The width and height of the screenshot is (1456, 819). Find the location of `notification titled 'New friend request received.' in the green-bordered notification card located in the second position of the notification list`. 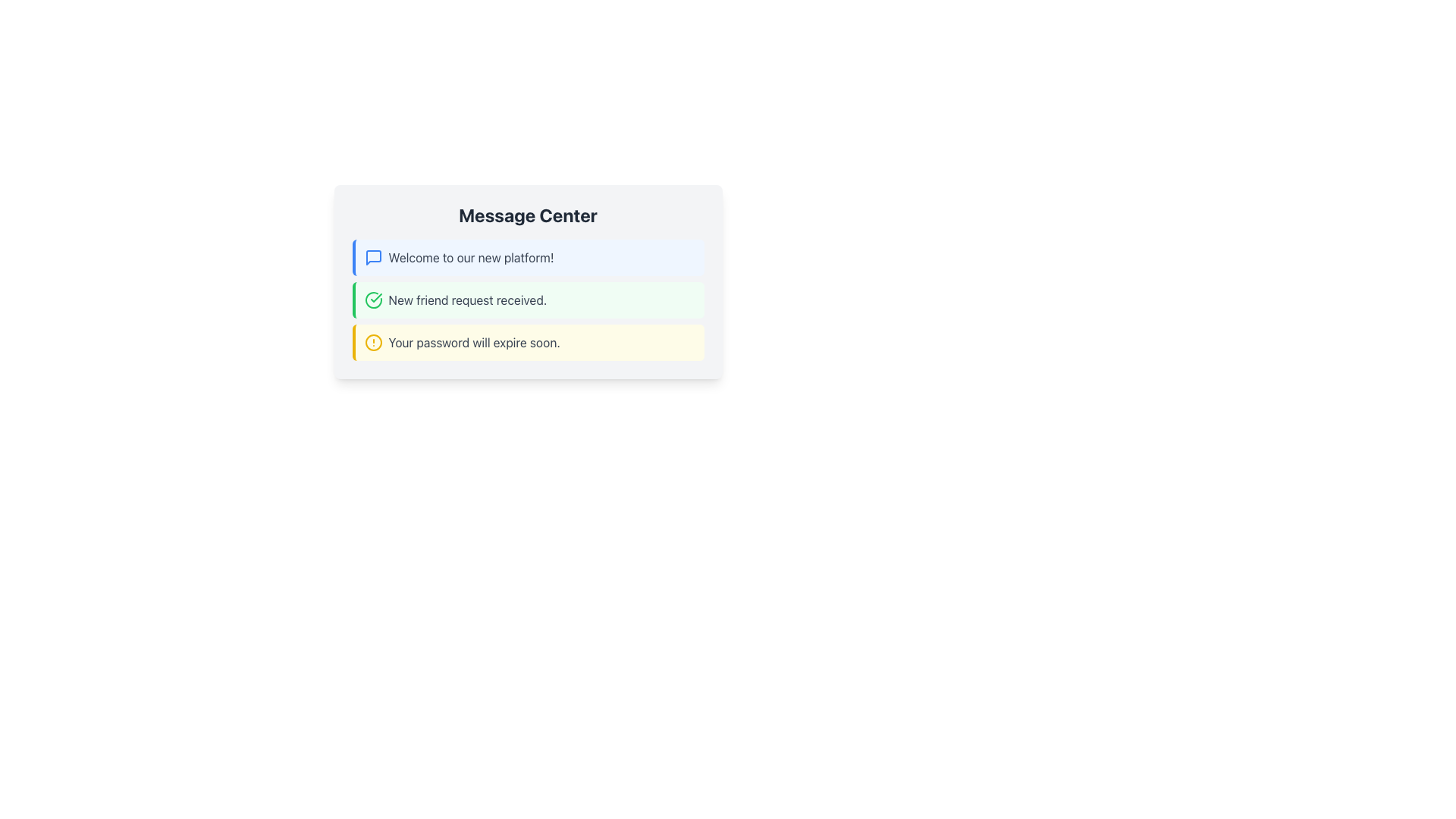

notification titled 'New friend request received.' in the green-bordered notification card located in the second position of the notification list is located at coordinates (528, 300).